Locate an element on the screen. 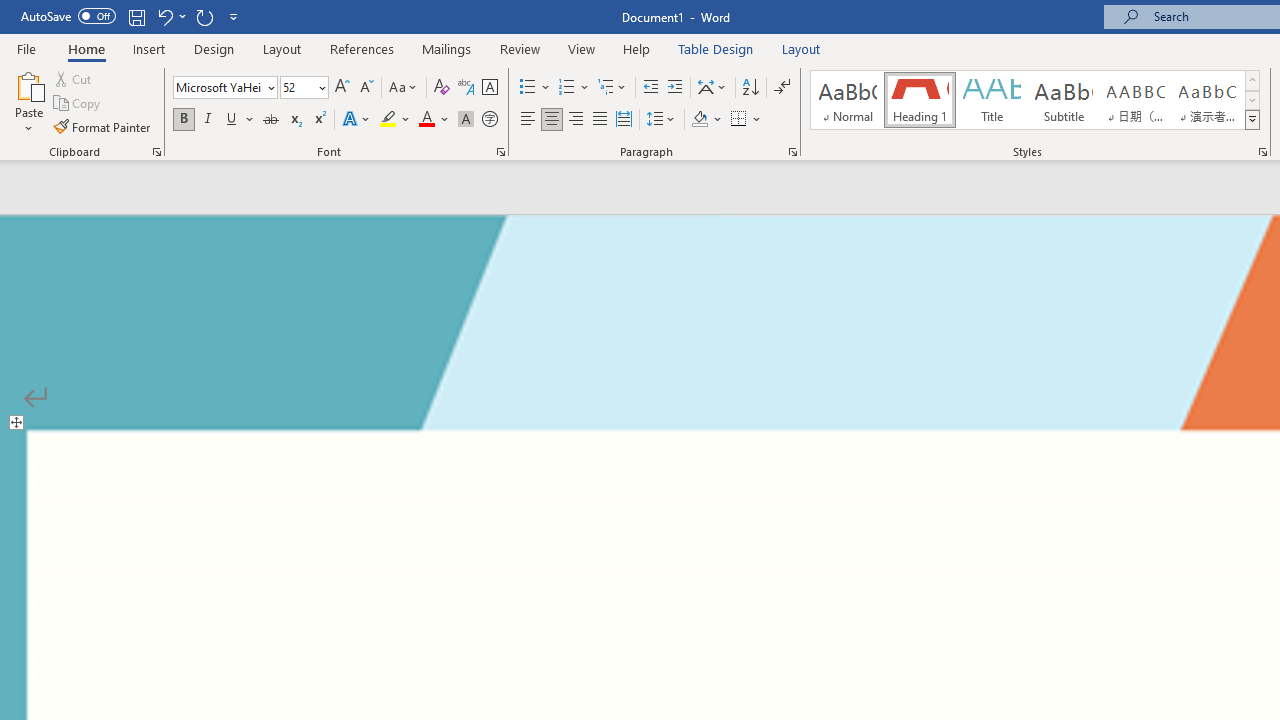  'Phonetic Guide...' is located at coordinates (464, 86).